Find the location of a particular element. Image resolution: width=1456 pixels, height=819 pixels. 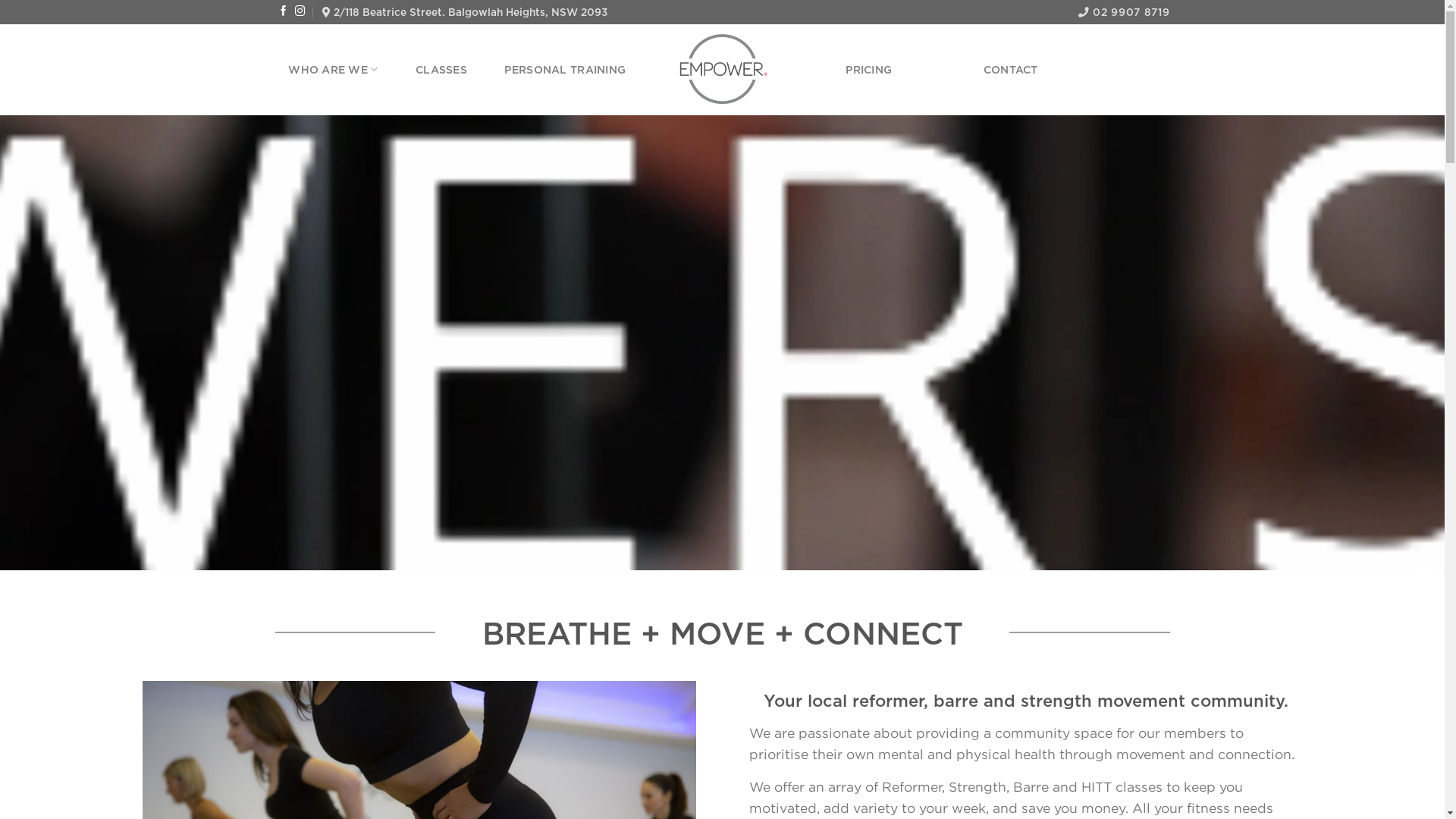

'PRICING' is located at coordinates (844, 70).